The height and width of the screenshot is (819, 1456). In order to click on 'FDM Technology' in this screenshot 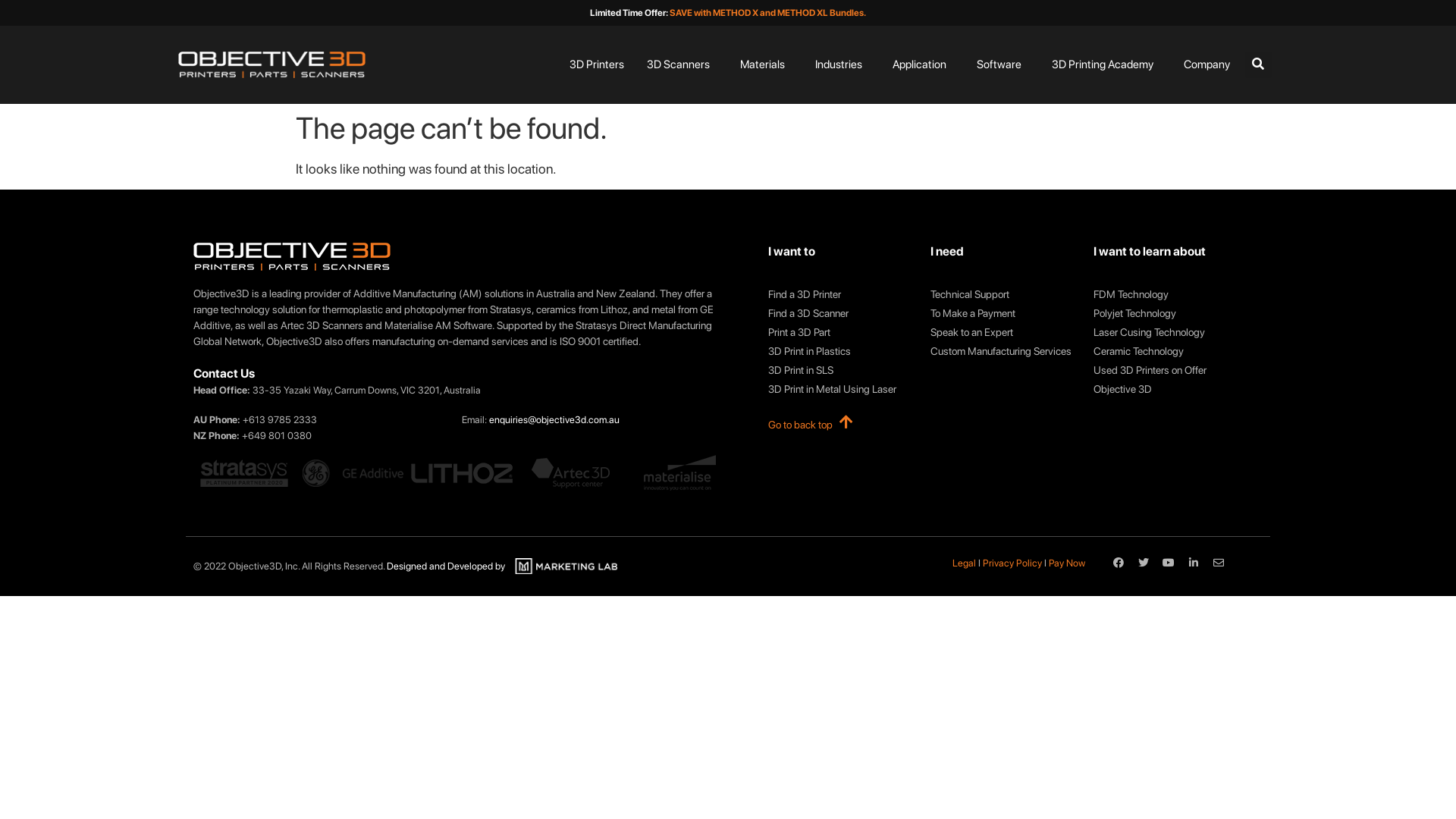, I will do `click(1093, 294)`.